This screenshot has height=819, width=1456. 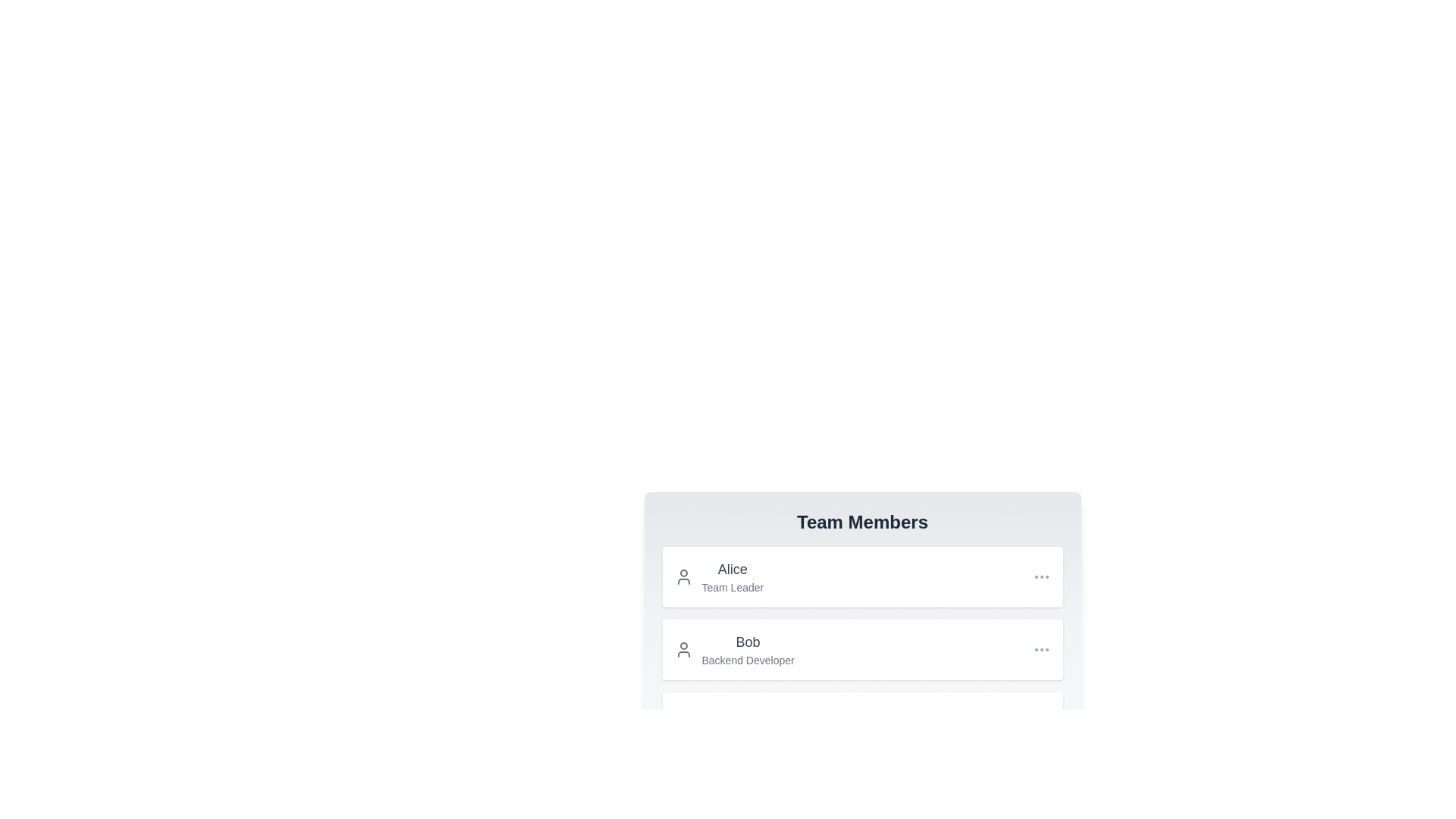 I want to click on the user icon corresponding to Bob, so click(x=682, y=648).